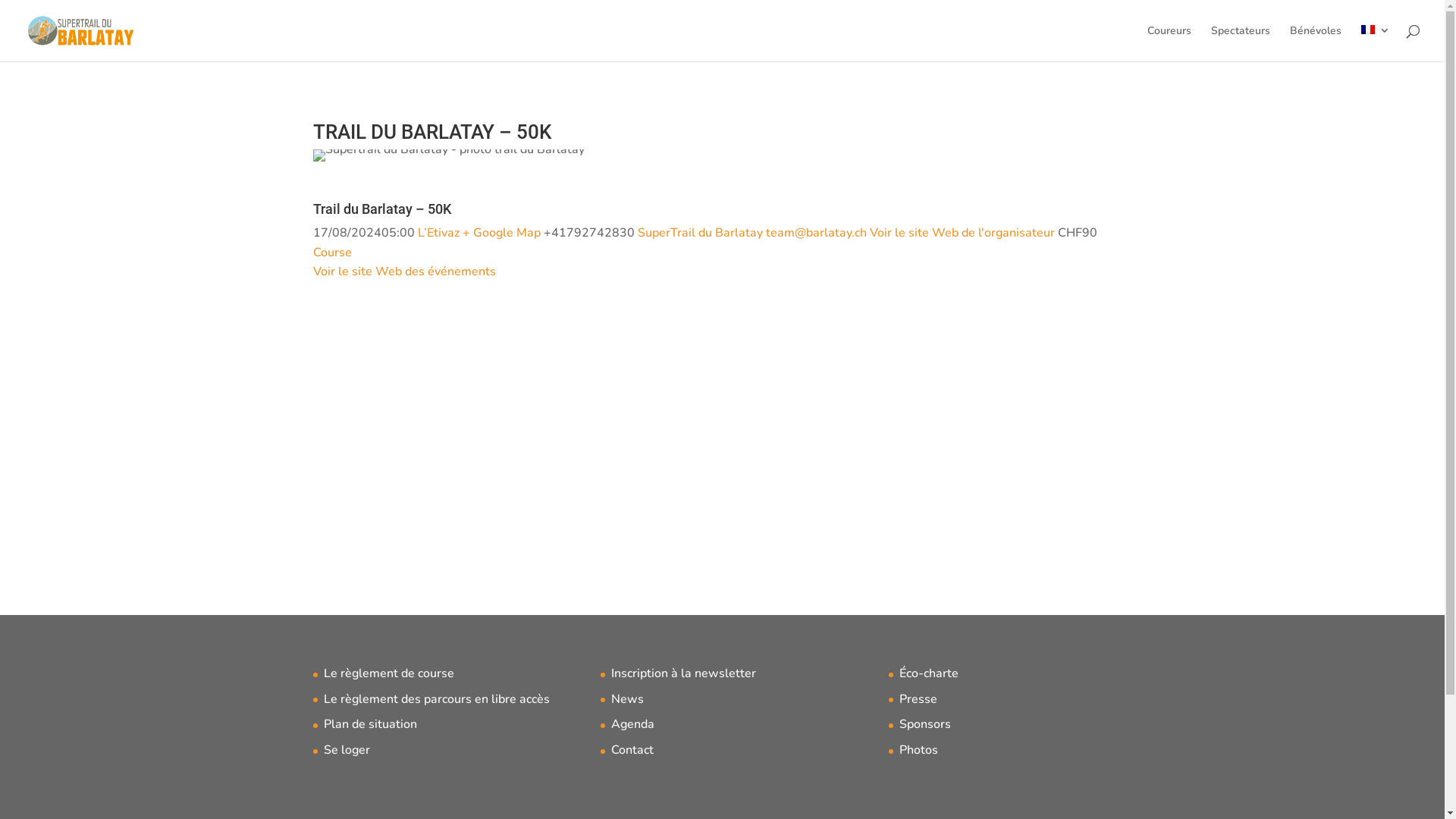 Image resolution: width=1456 pixels, height=819 pixels. What do you see at coordinates (331, 251) in the screenshot?
I see `'Course'` at bounding box center [331, 251].